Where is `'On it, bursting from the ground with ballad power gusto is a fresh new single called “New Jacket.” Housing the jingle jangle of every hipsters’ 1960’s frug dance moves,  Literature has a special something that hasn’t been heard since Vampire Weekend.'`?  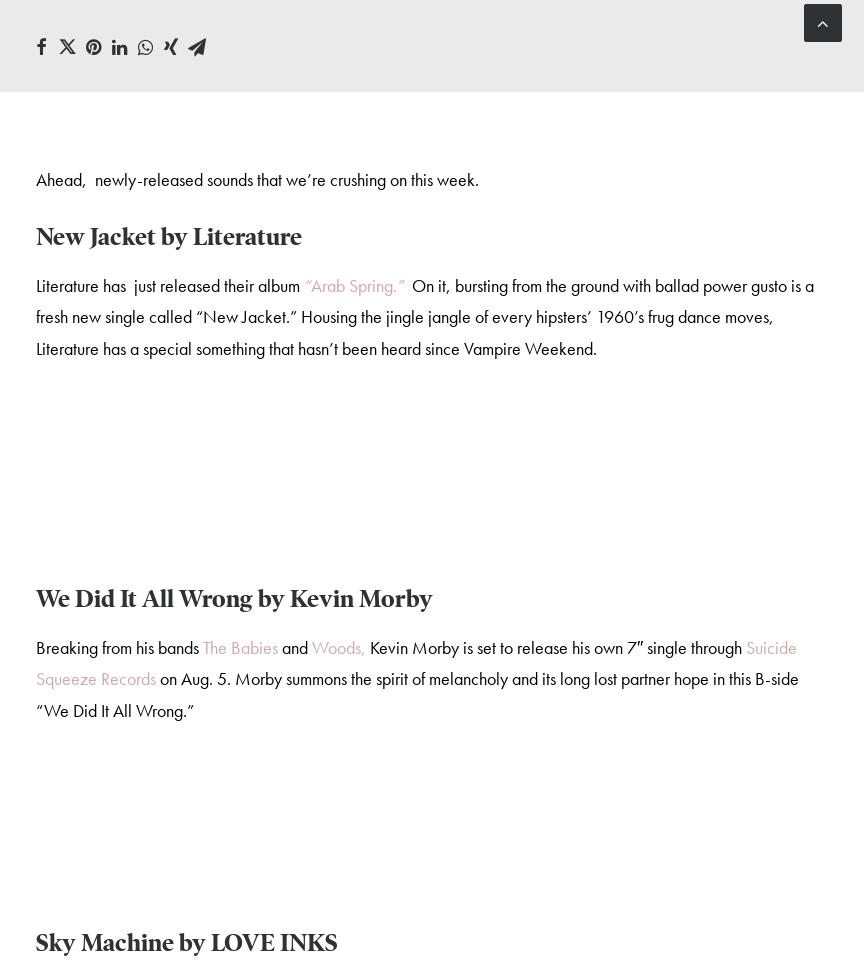
'On it, bursting from the ground with ballad power gusto is a fresh new single called “New Jacket.” Housing the jingle jangle of every hipsters’ 1960’s frug dance moves,  Literature has a special something that hasn’t been heard since Vampire Weekend.' is located at coordinates (424, 319).